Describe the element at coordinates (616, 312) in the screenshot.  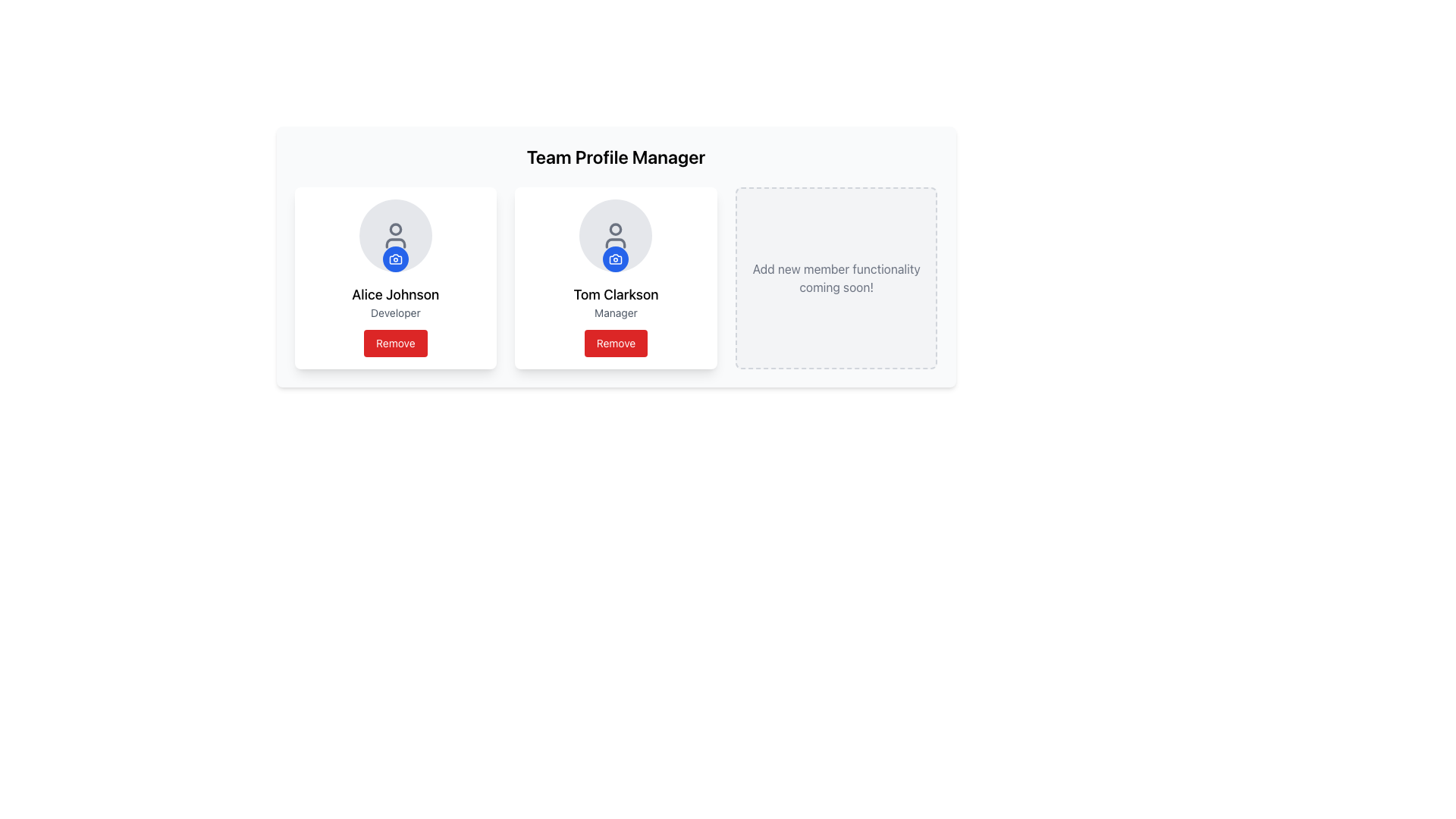
I see `the text label reading 'Manager' which is styled with a small font size and gray color, located within the card for 'Tom Clarkson', positioned directly below the name and above the 'Remove' button` at that location.